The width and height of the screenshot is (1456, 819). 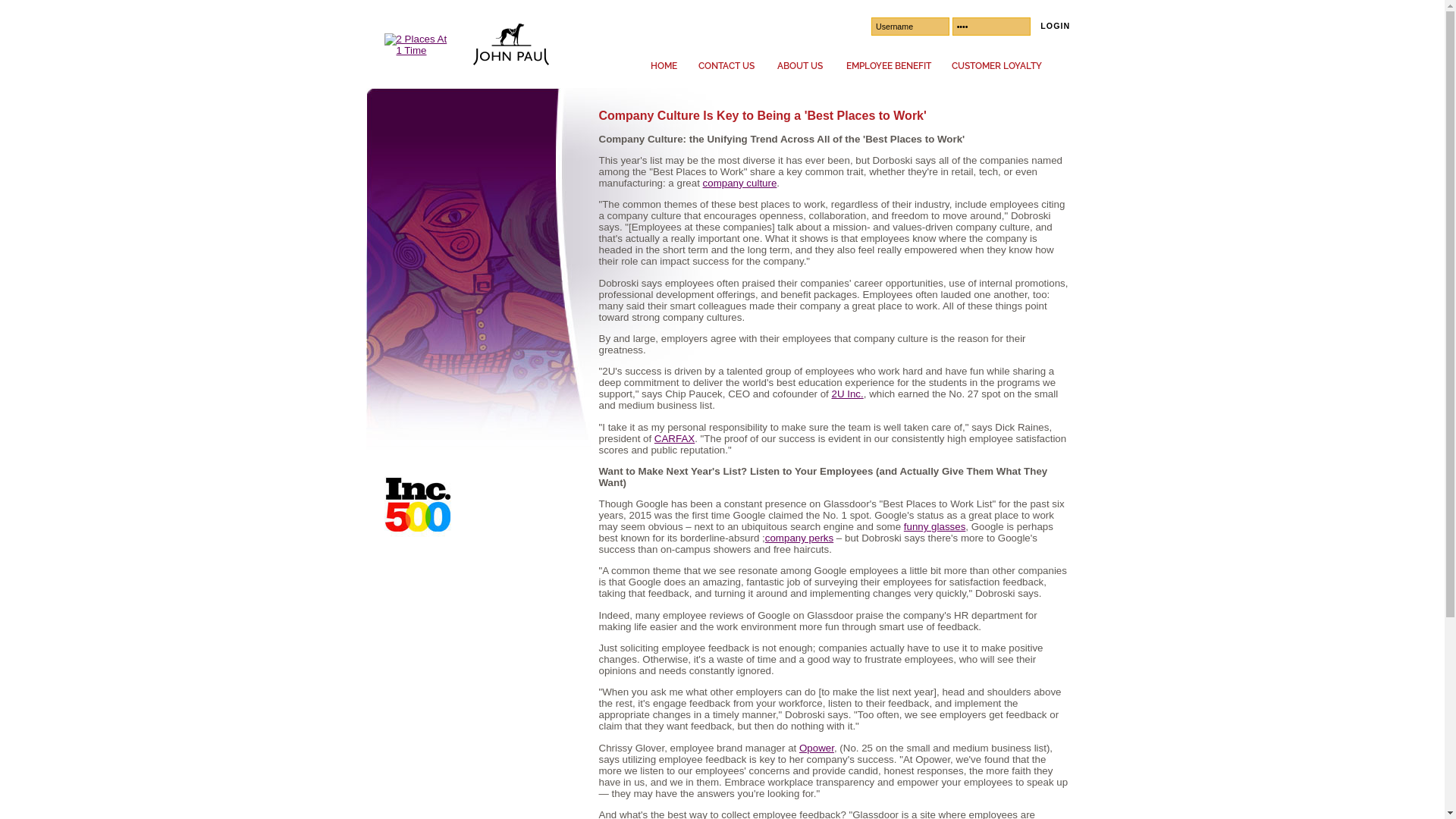 What do you see at coordinates (934, 526) in the screenshot?
I see `'funny glasses'` at bounding box center [934, 526].